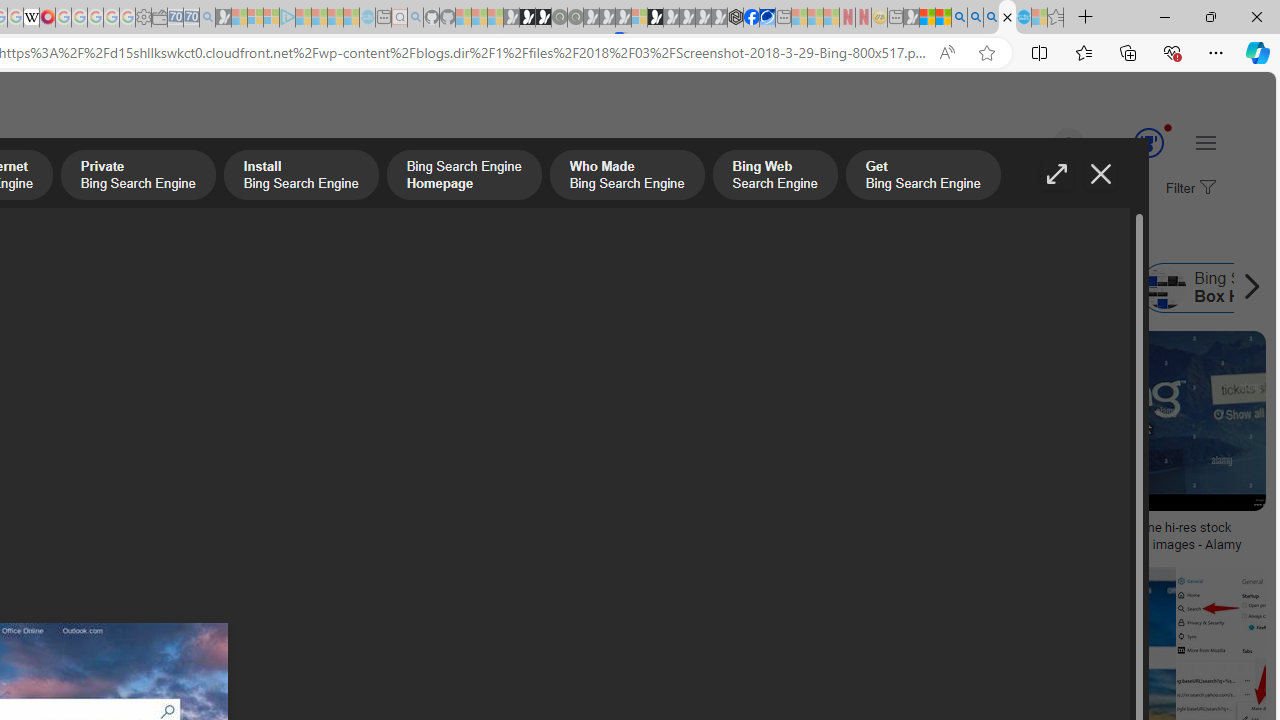  What do you see at coordinates (142, 17) in the screenshot?
I see `'Settings - Sleeping'` at bounding box center [142, 17].